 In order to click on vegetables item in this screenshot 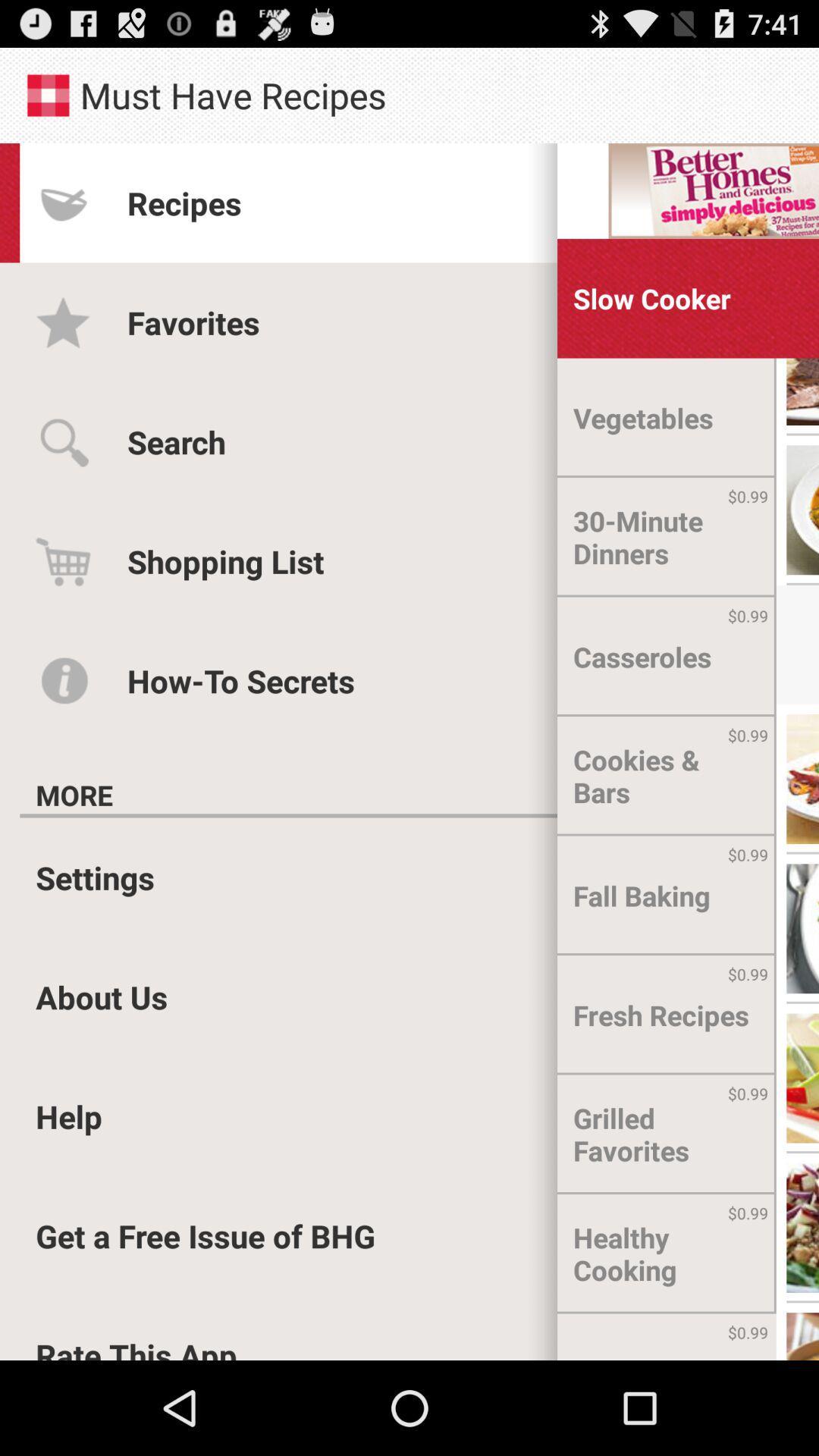, I will do `click(643, 418)`.